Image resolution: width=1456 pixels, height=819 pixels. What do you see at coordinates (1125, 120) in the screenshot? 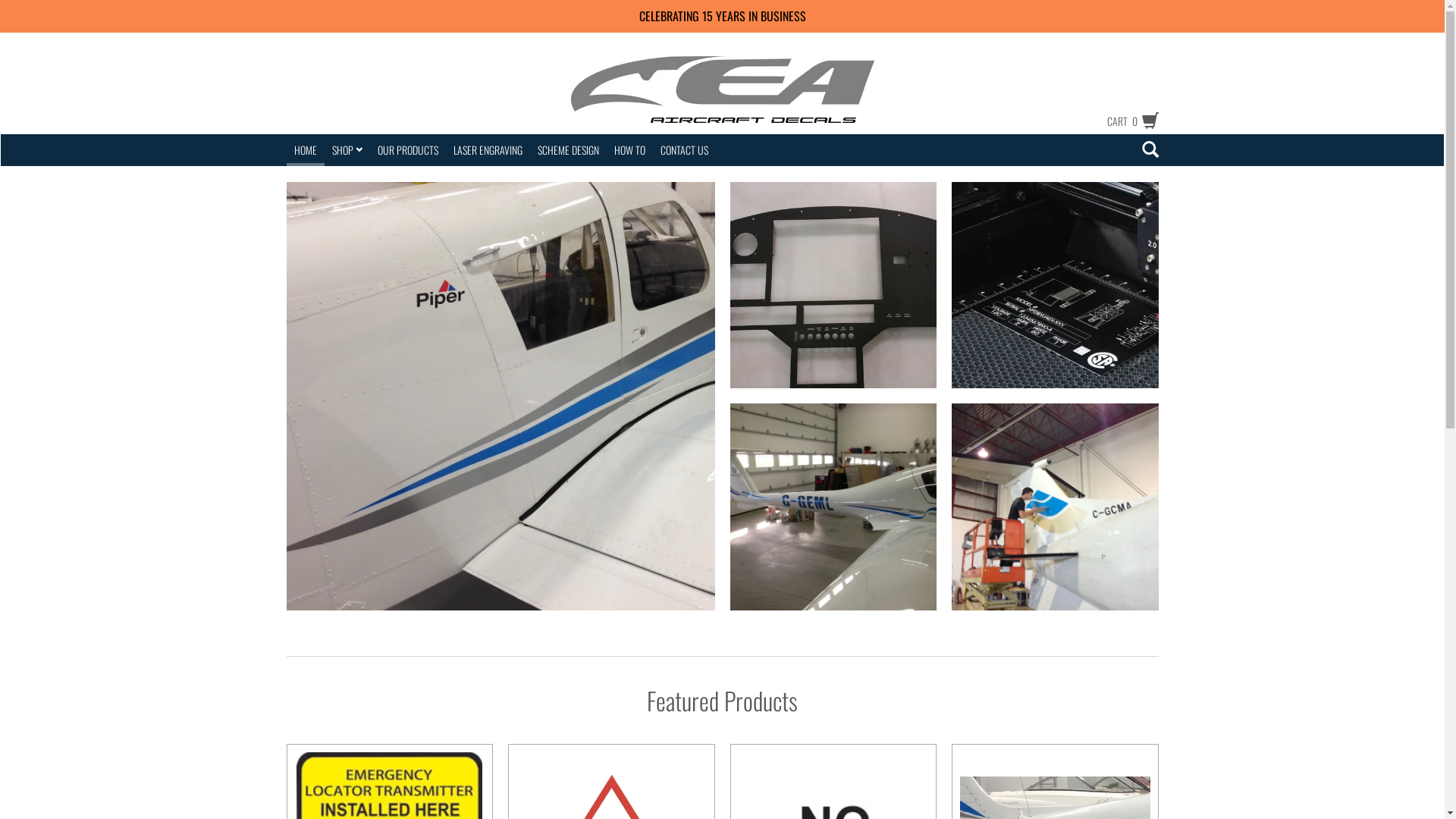
I see `'CART  0  '` at bounding box center [1125, 120].